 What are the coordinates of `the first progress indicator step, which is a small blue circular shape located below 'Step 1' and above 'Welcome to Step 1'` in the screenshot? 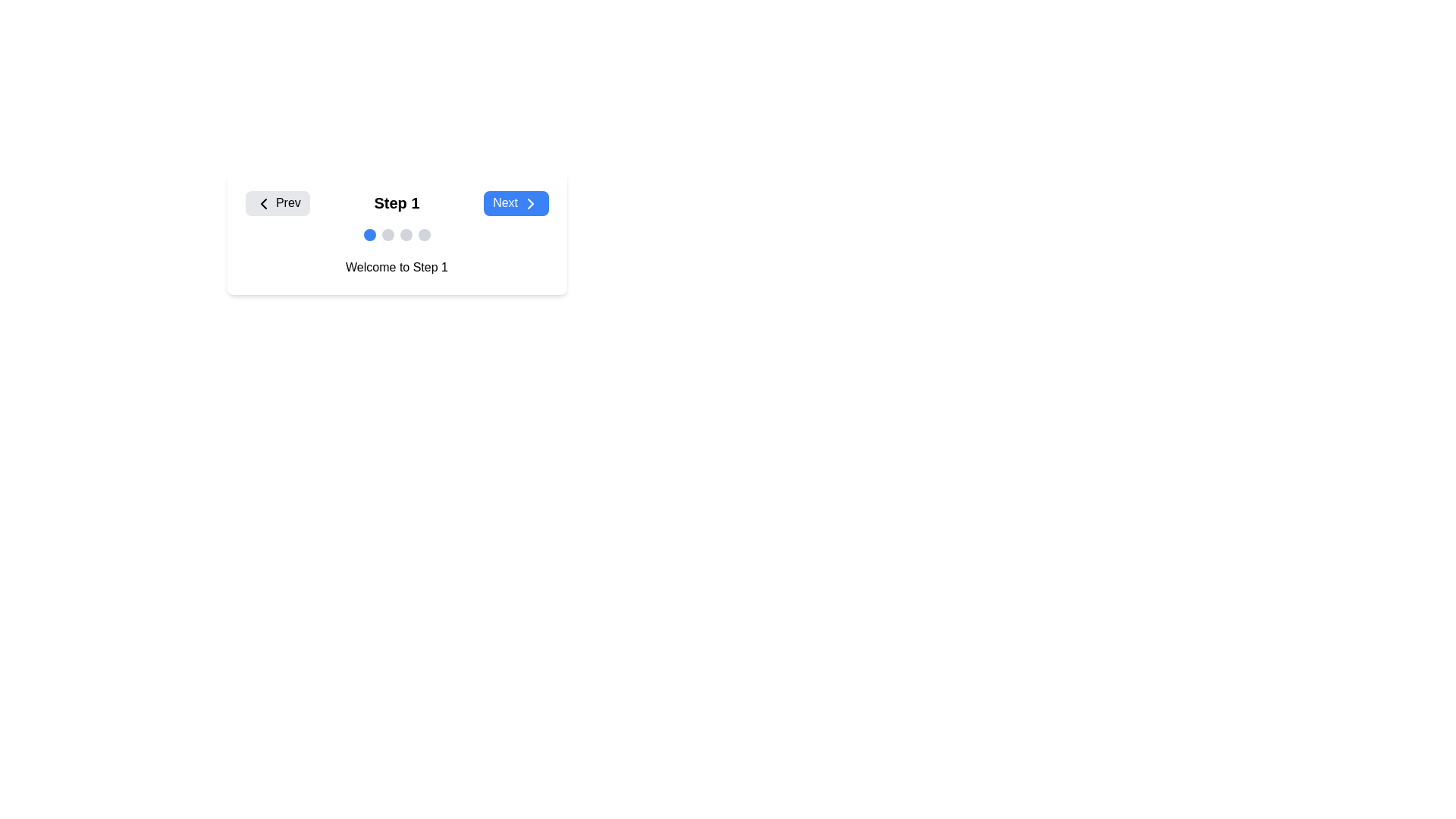 It's located at (369, 234).